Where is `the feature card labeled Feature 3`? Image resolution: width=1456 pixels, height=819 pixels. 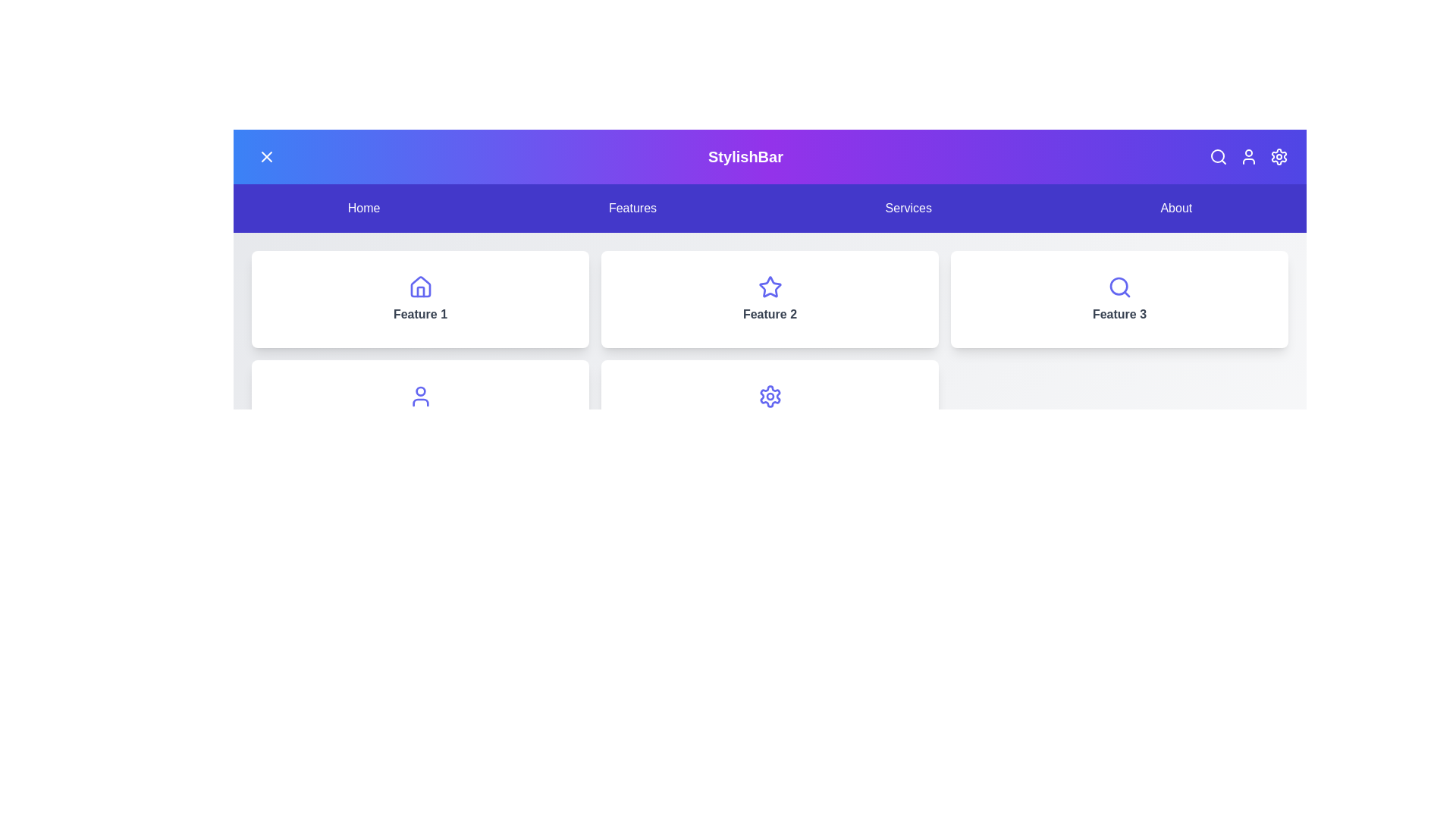 the feature card labeled Feature 3 is located at coordinates (1119, 299).